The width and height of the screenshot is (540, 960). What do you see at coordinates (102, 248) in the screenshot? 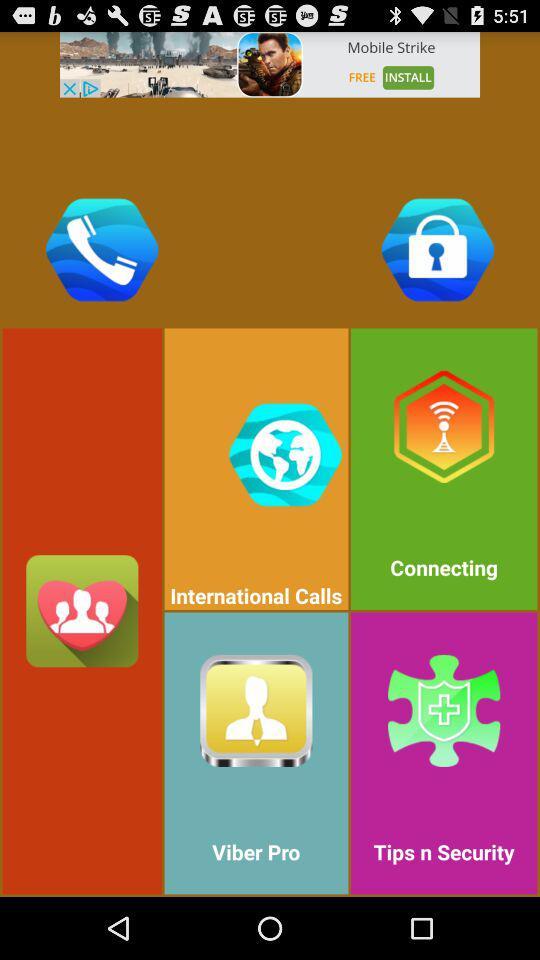
I see `phone icon` at bounding box center [102, 248].